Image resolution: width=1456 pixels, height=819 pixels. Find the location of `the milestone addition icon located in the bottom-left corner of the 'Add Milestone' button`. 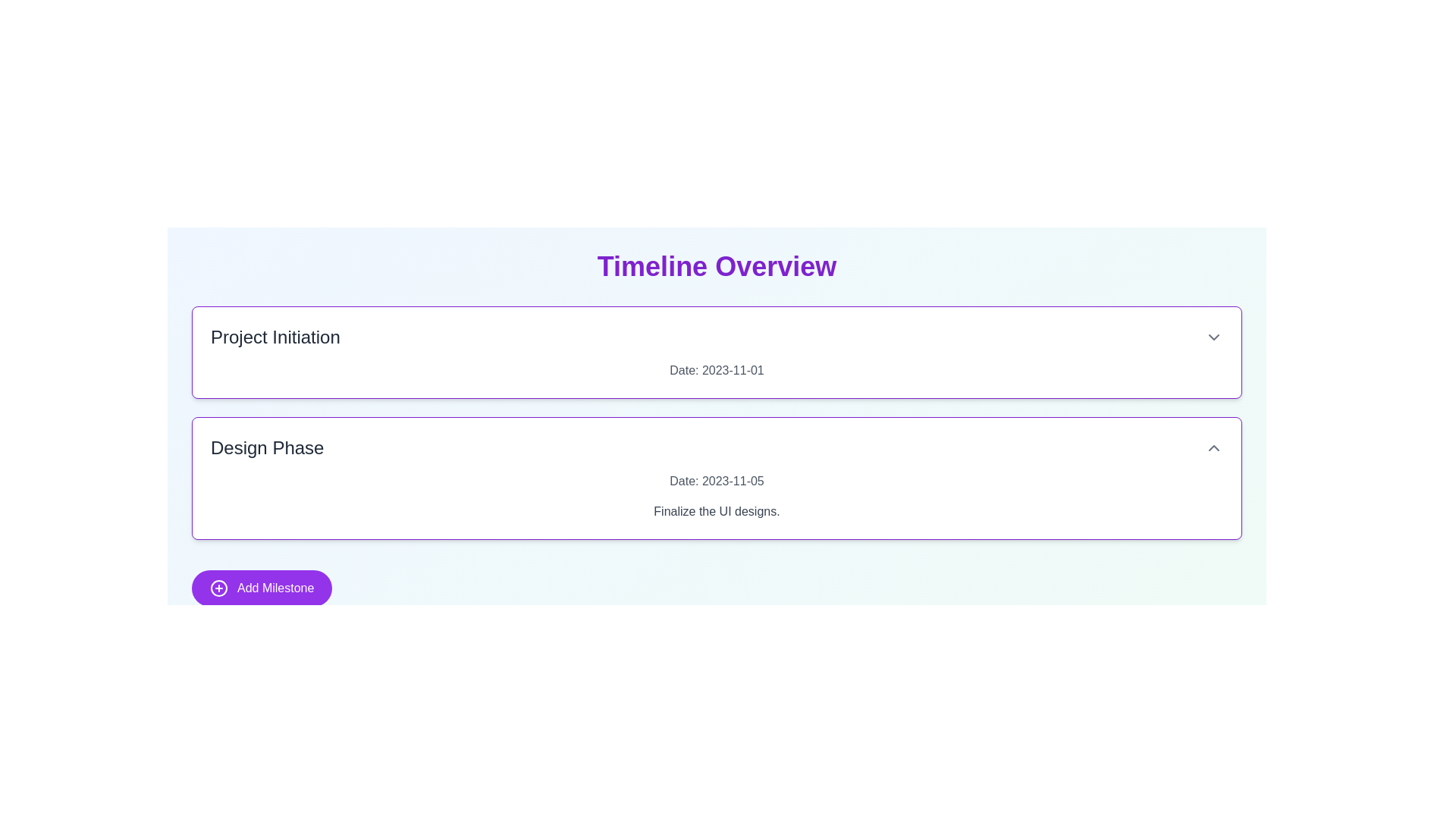

the milestone addition icon located in the bottom-left corner of the 'Add Milestone' button is located at coordinates (218, 587).